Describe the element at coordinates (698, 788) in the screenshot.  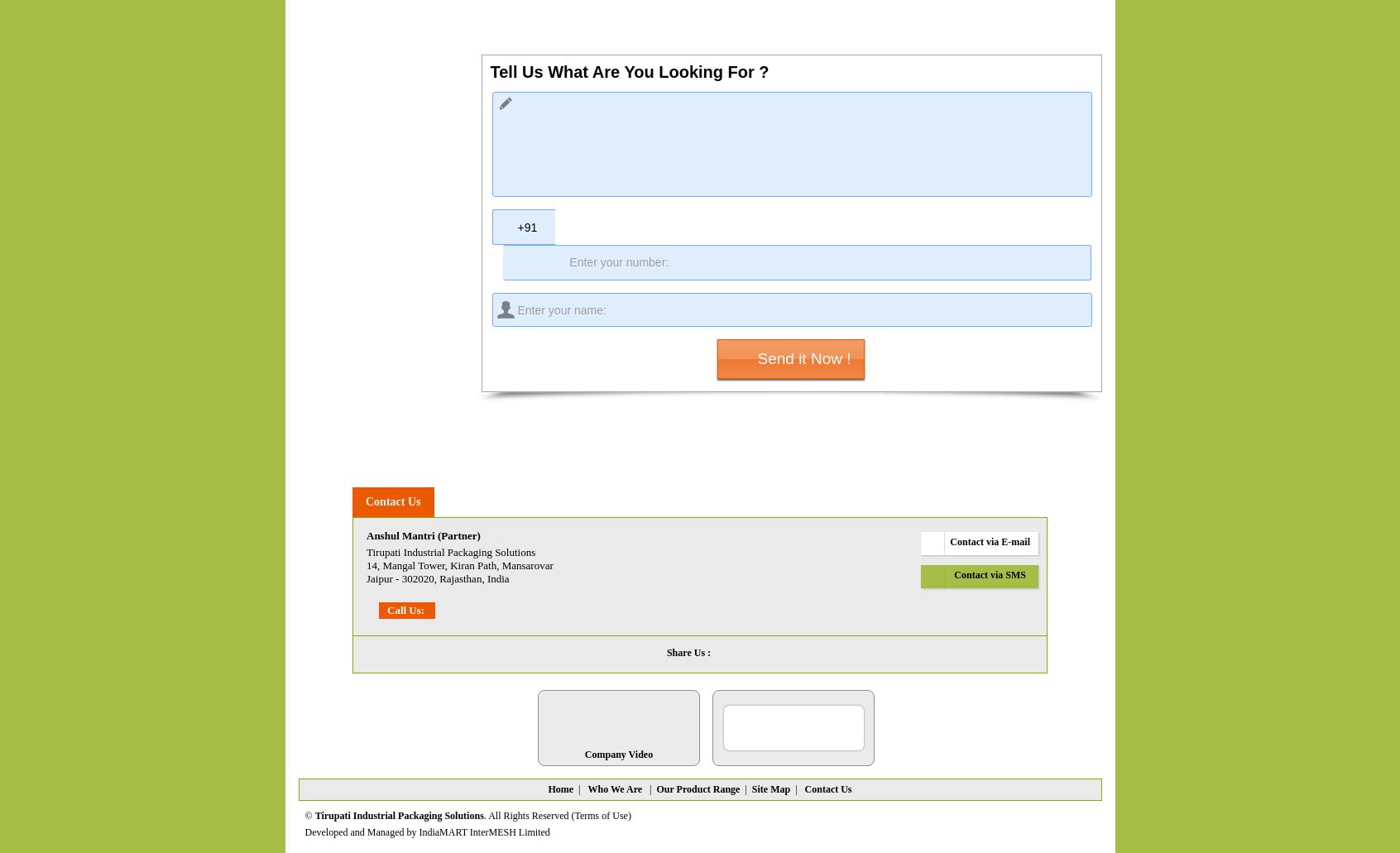
I see `'Our Product Range'` at that location.